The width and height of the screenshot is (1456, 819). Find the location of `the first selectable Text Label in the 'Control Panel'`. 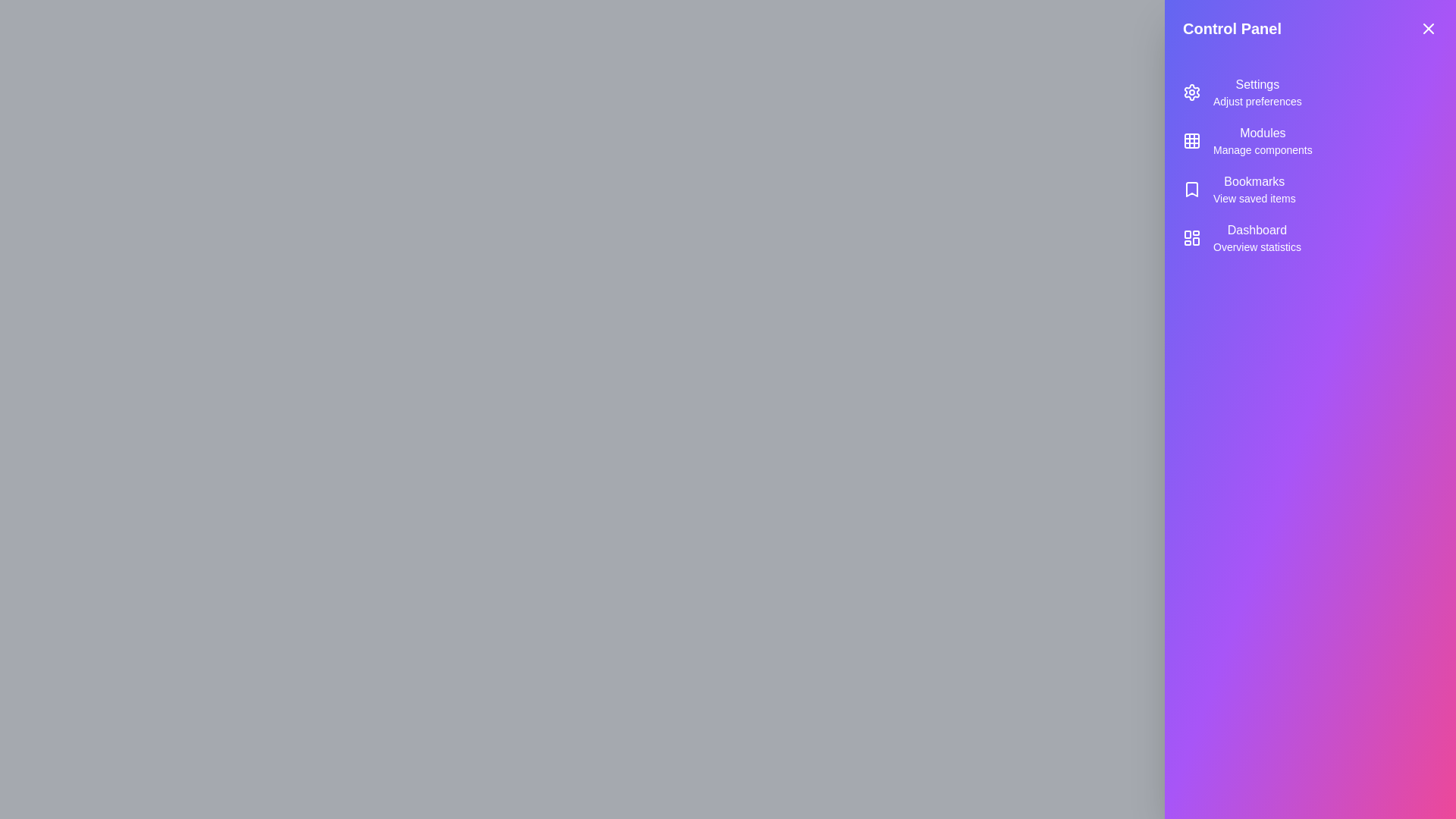

the first selectable Text Label in the 'Control Panel' is located at coordinates (1257, 93).